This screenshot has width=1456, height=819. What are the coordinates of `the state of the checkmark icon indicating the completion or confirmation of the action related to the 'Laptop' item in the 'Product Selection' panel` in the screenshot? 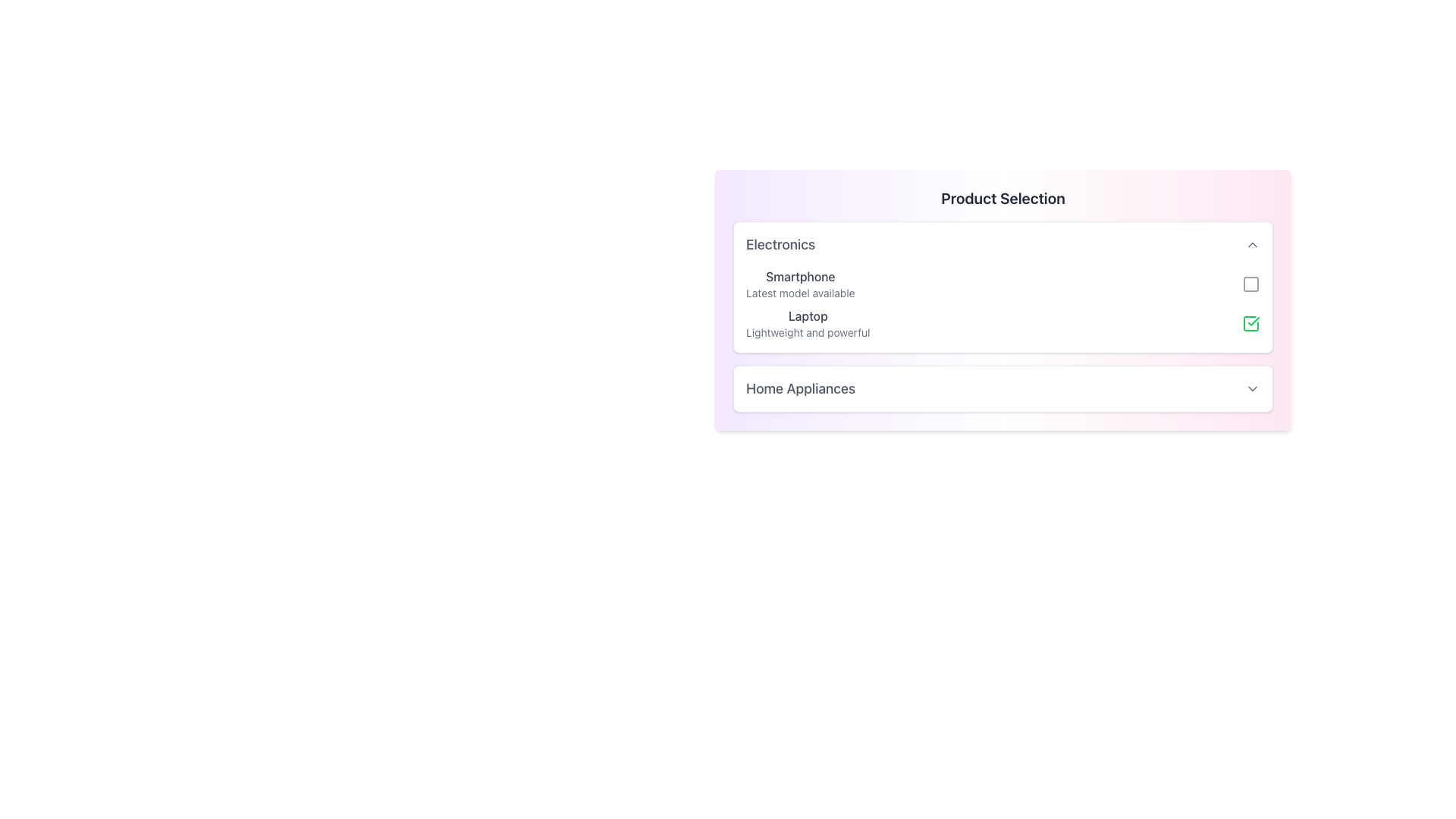 It's located at (1254, 321).